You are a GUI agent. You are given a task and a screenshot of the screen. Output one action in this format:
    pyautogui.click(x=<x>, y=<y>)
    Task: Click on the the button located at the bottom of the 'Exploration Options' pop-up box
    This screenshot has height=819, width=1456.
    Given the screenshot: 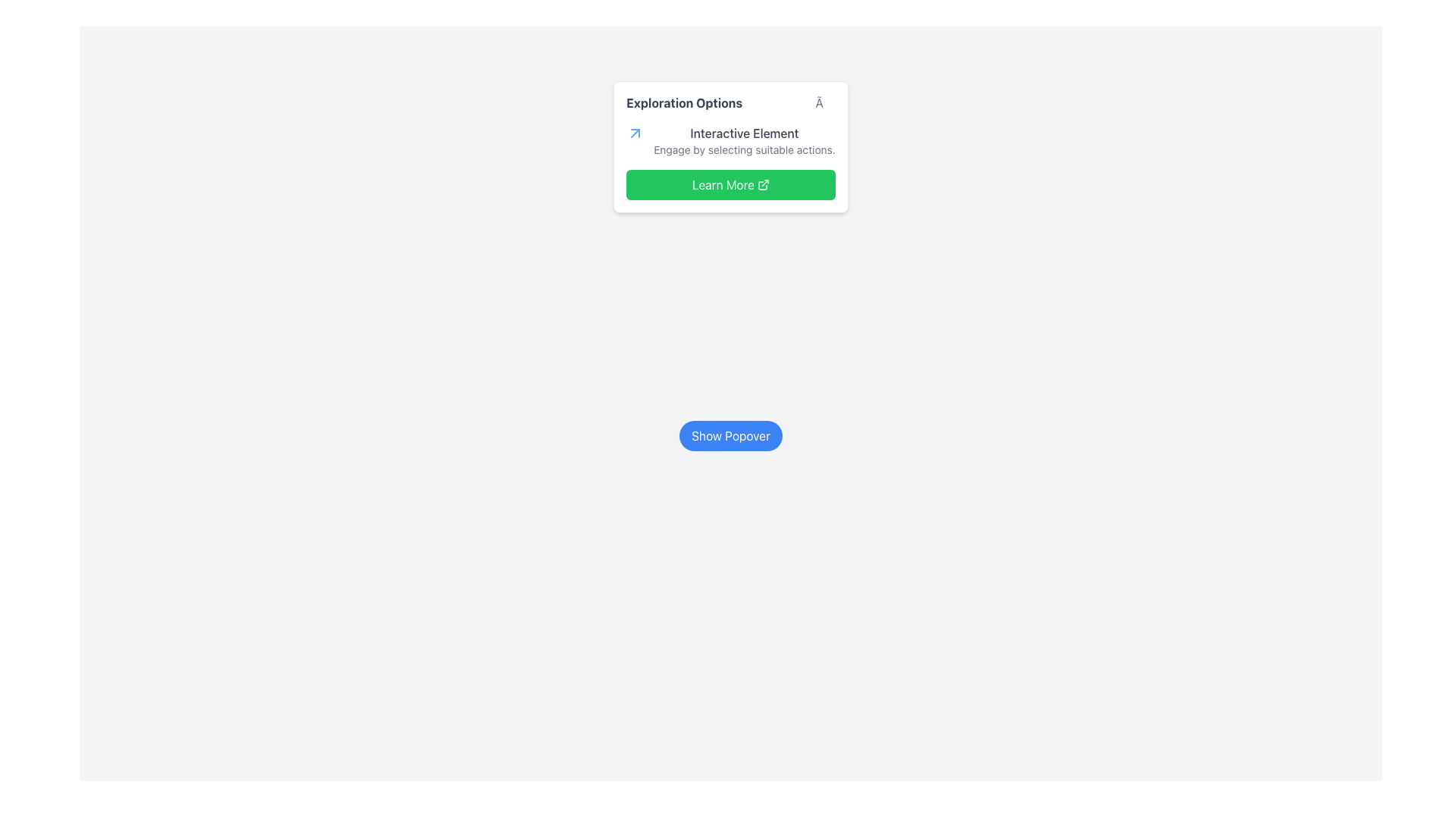 What is the action you would take?
    pyautogui.click(x=731, y=184)
    